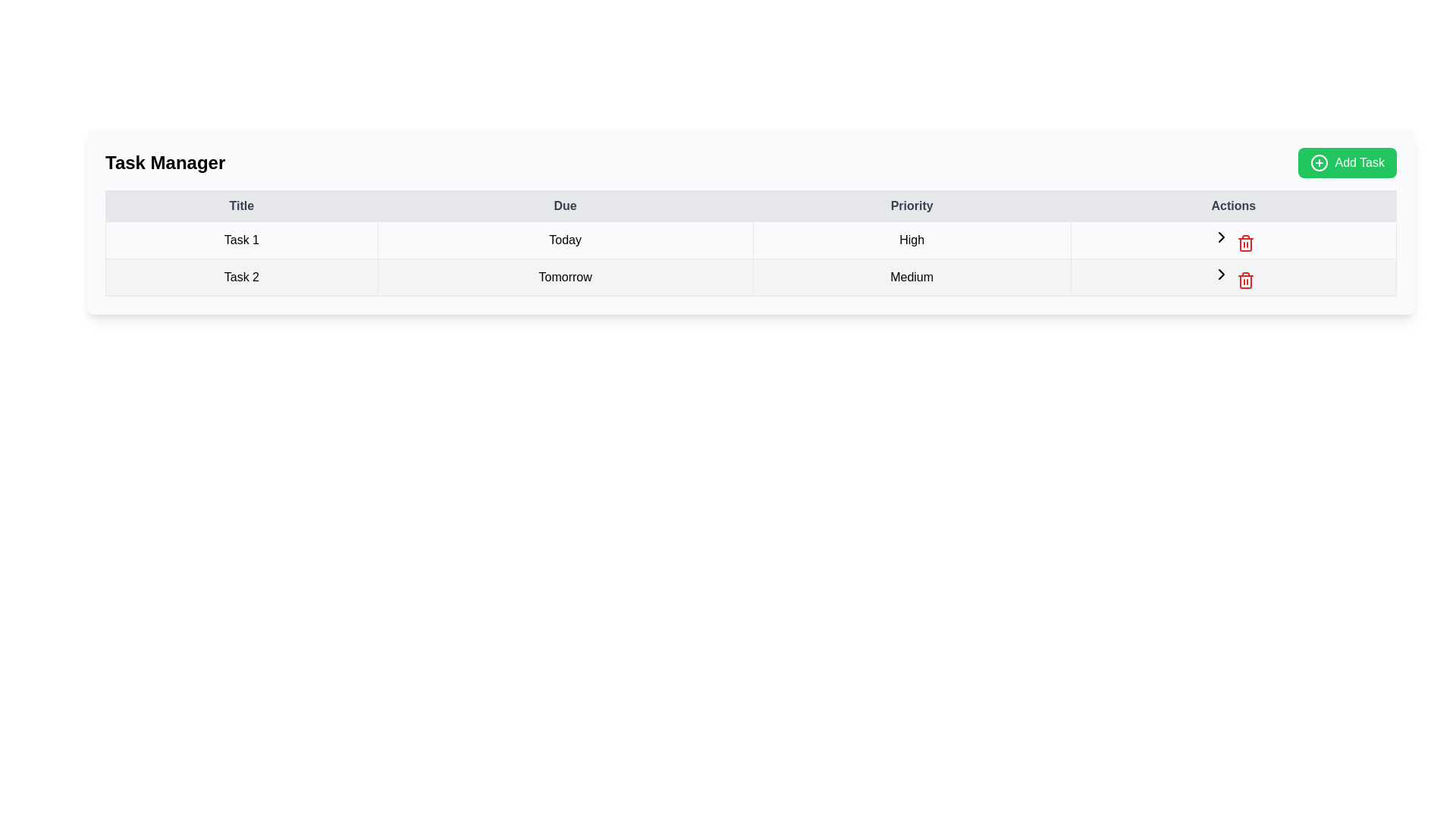 The height and width of the screenshot is (819, 1456). I want to click on the text label displaying 'Due' which is part of the table header between 'Title' and 'Priority', so click(564, 206).